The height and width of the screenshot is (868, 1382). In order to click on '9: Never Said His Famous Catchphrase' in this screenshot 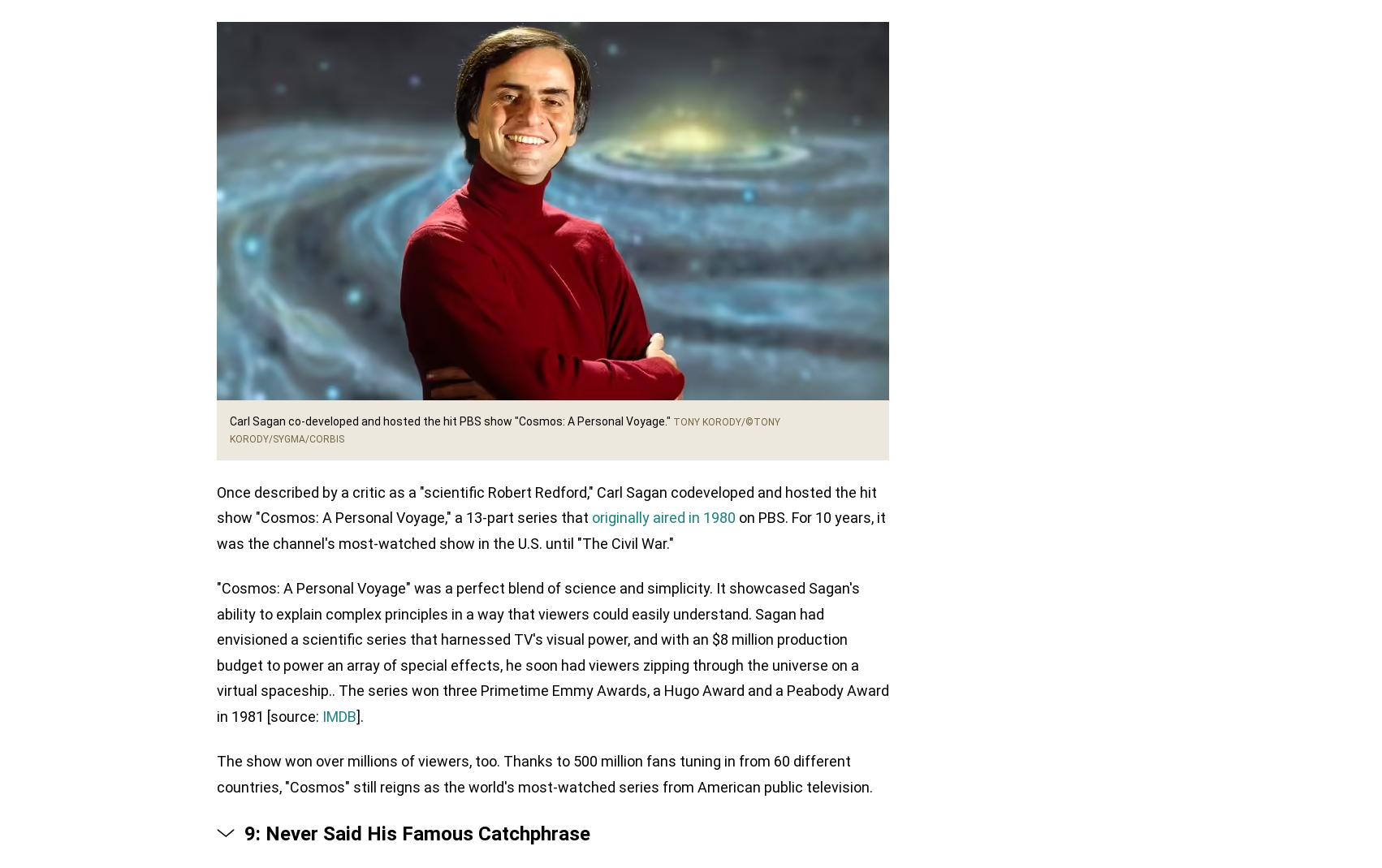, I will do `click(244, 833)`.